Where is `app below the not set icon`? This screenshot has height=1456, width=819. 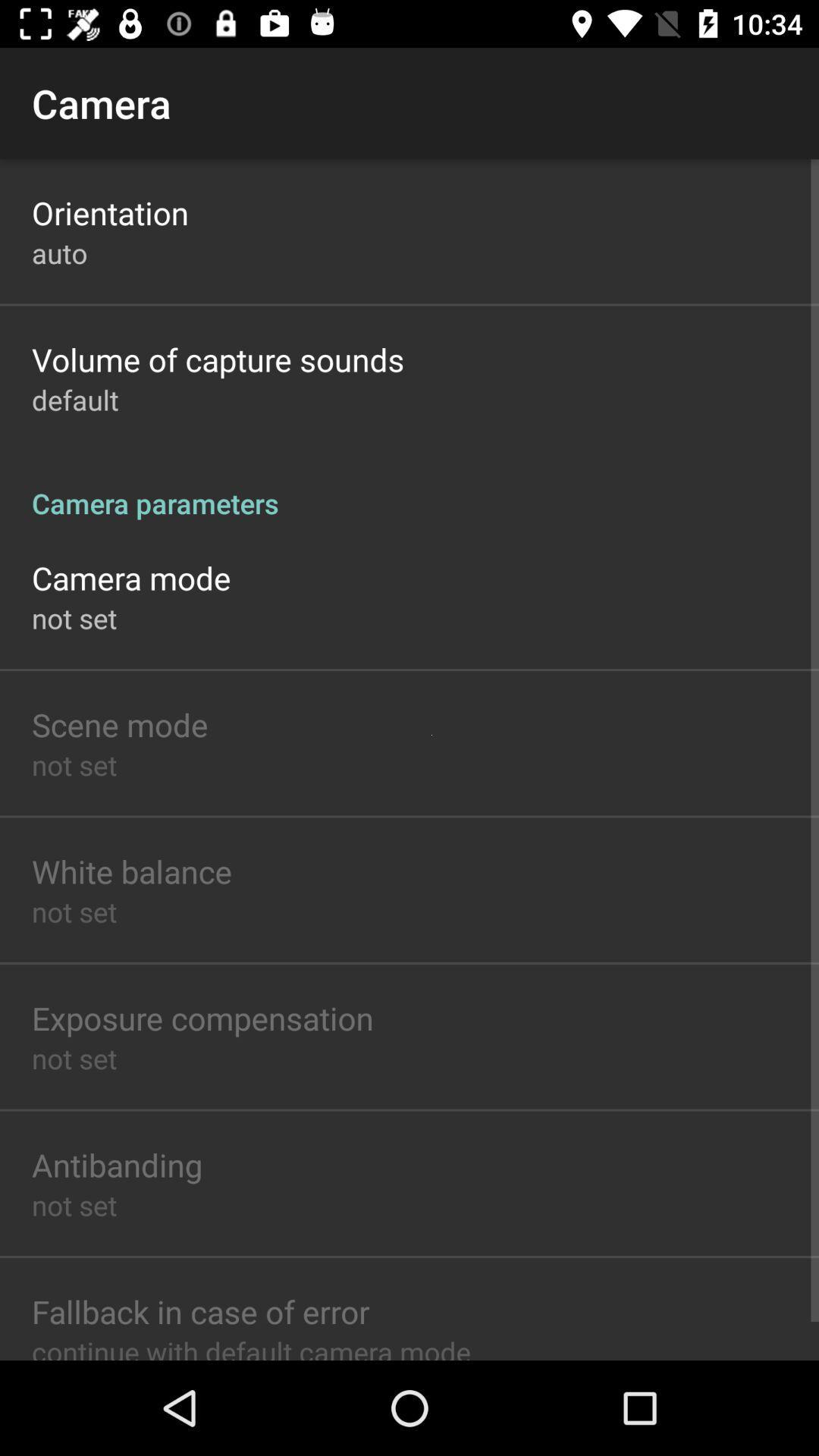
app below the not set icon is located at coordinates (199, 1310).